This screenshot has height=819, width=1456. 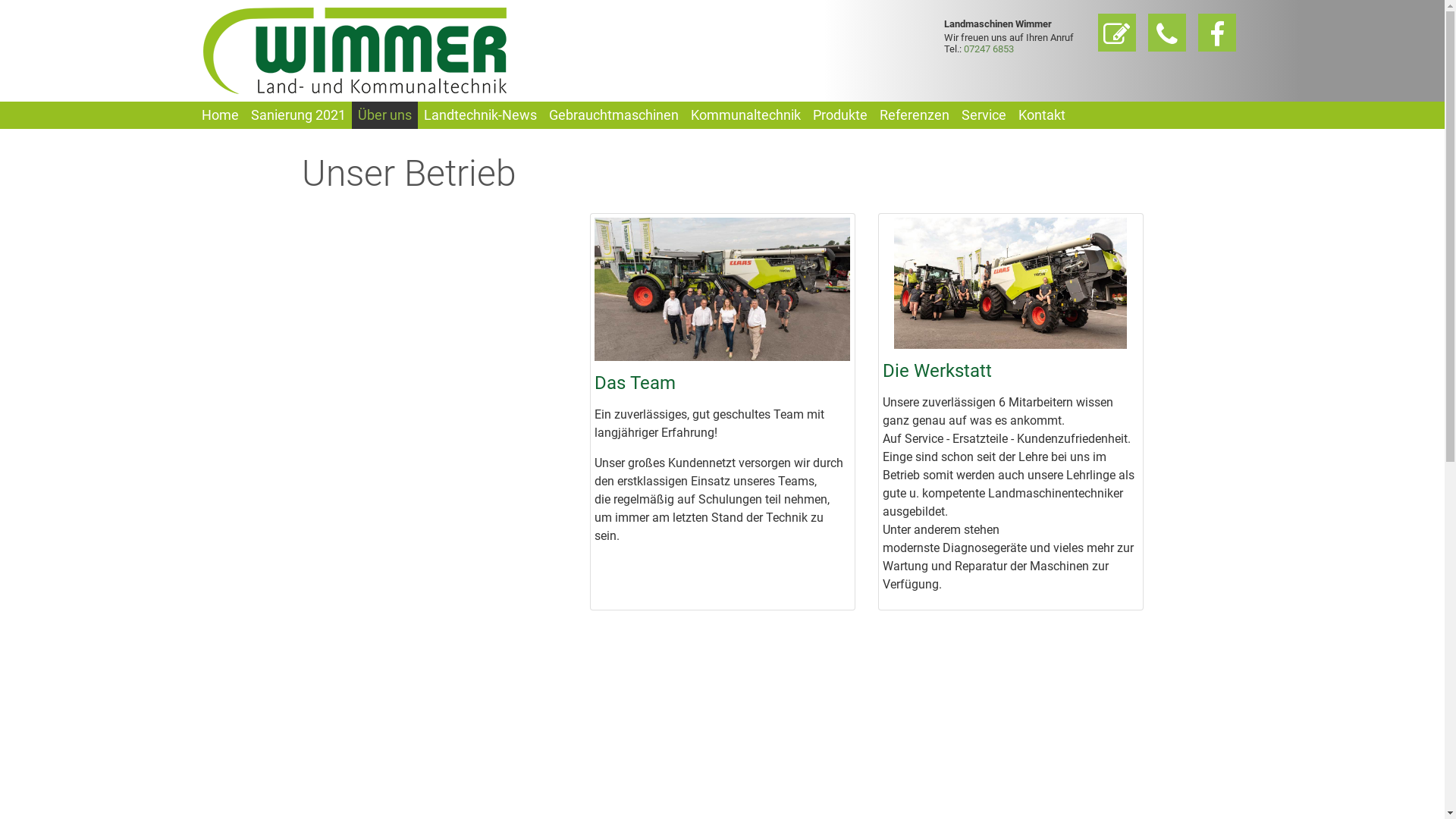 I want to click on 'Service', so click(x=954, y=114).